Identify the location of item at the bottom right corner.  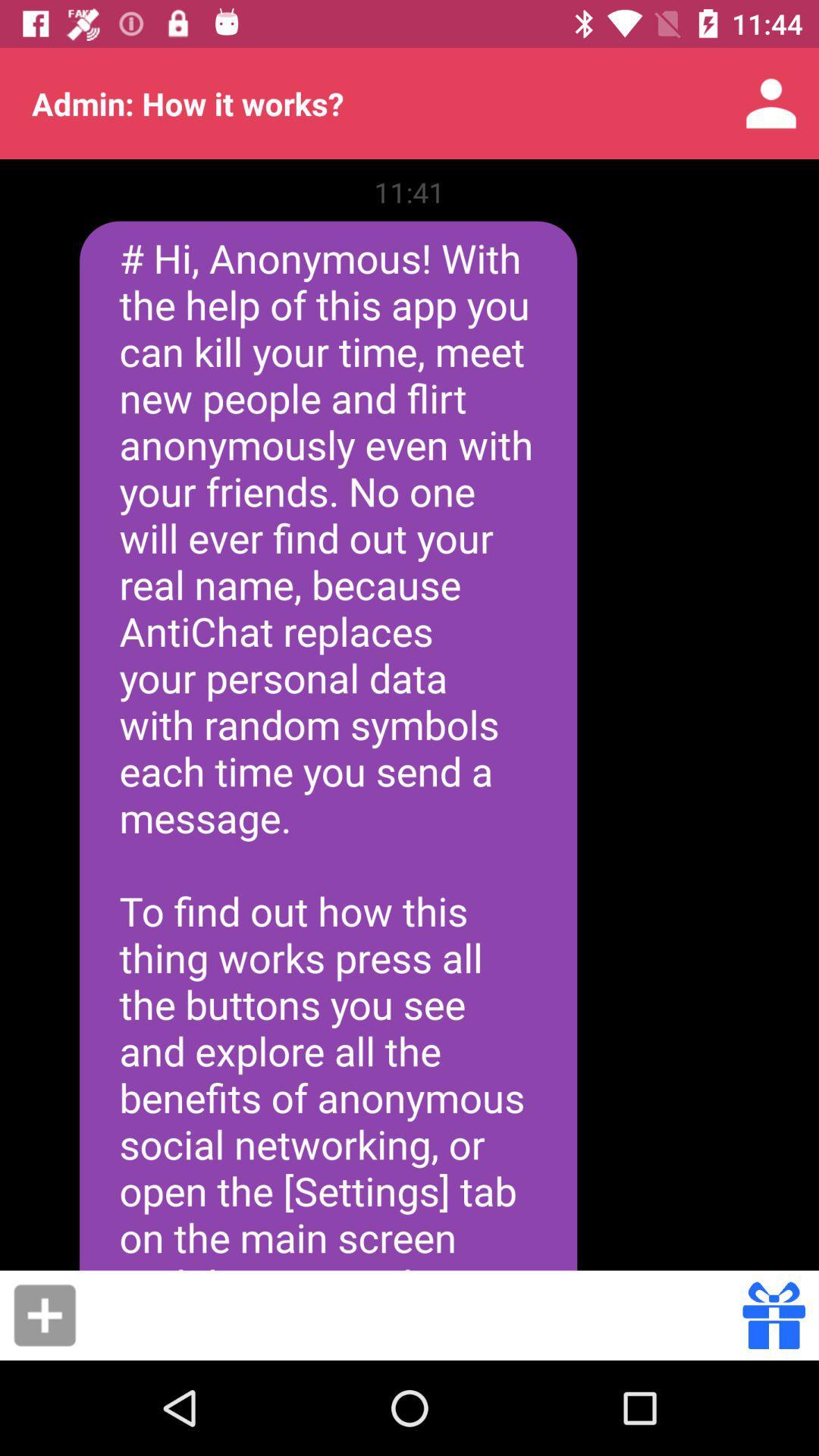
(773, 1314).